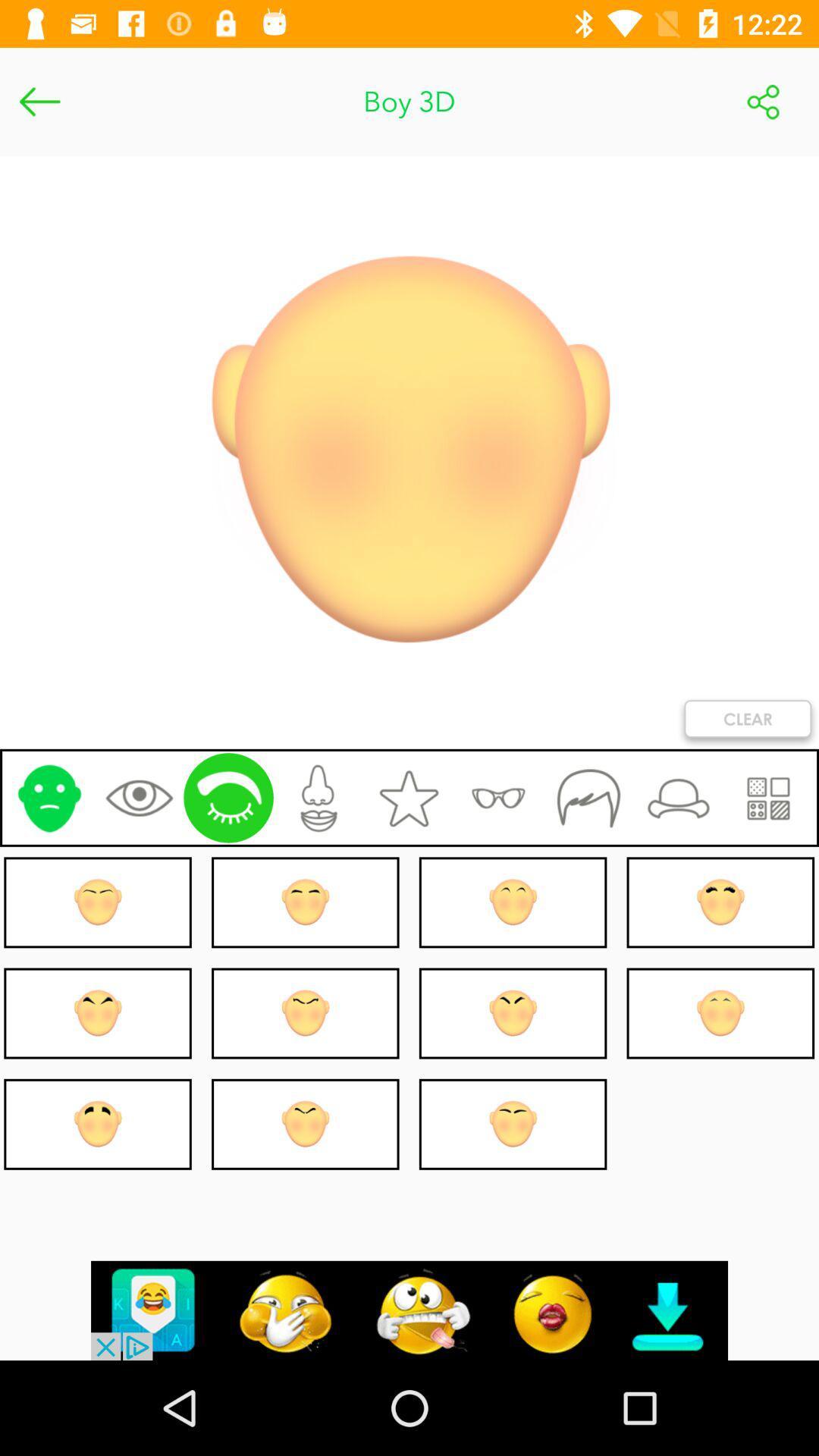 Image resolution: width=819 pixels, height=1456 pixels. I want to click on advertisement page, so click(409, 1310).